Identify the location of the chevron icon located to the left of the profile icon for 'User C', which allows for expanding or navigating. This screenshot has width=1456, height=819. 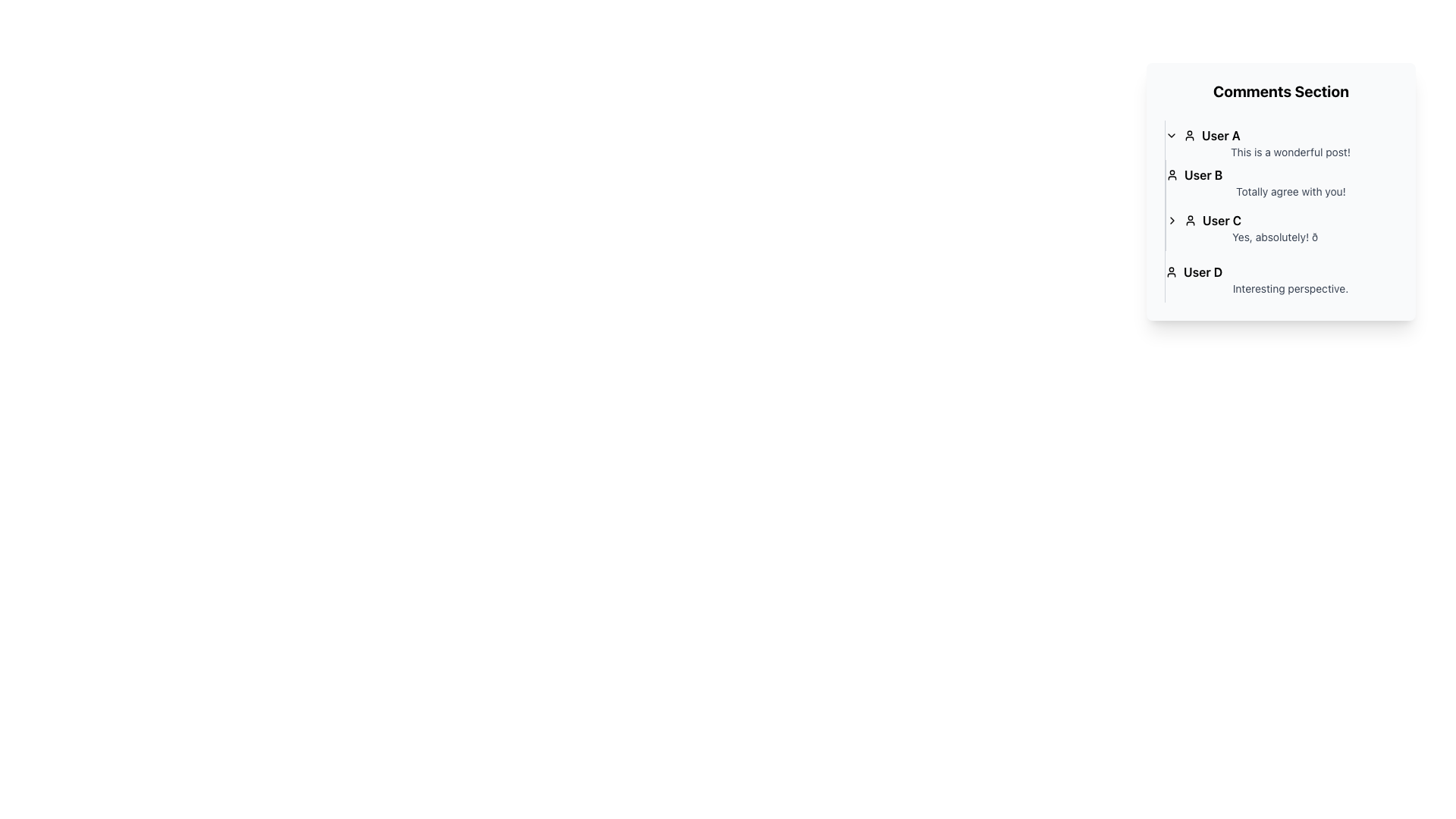
(1171, 220).